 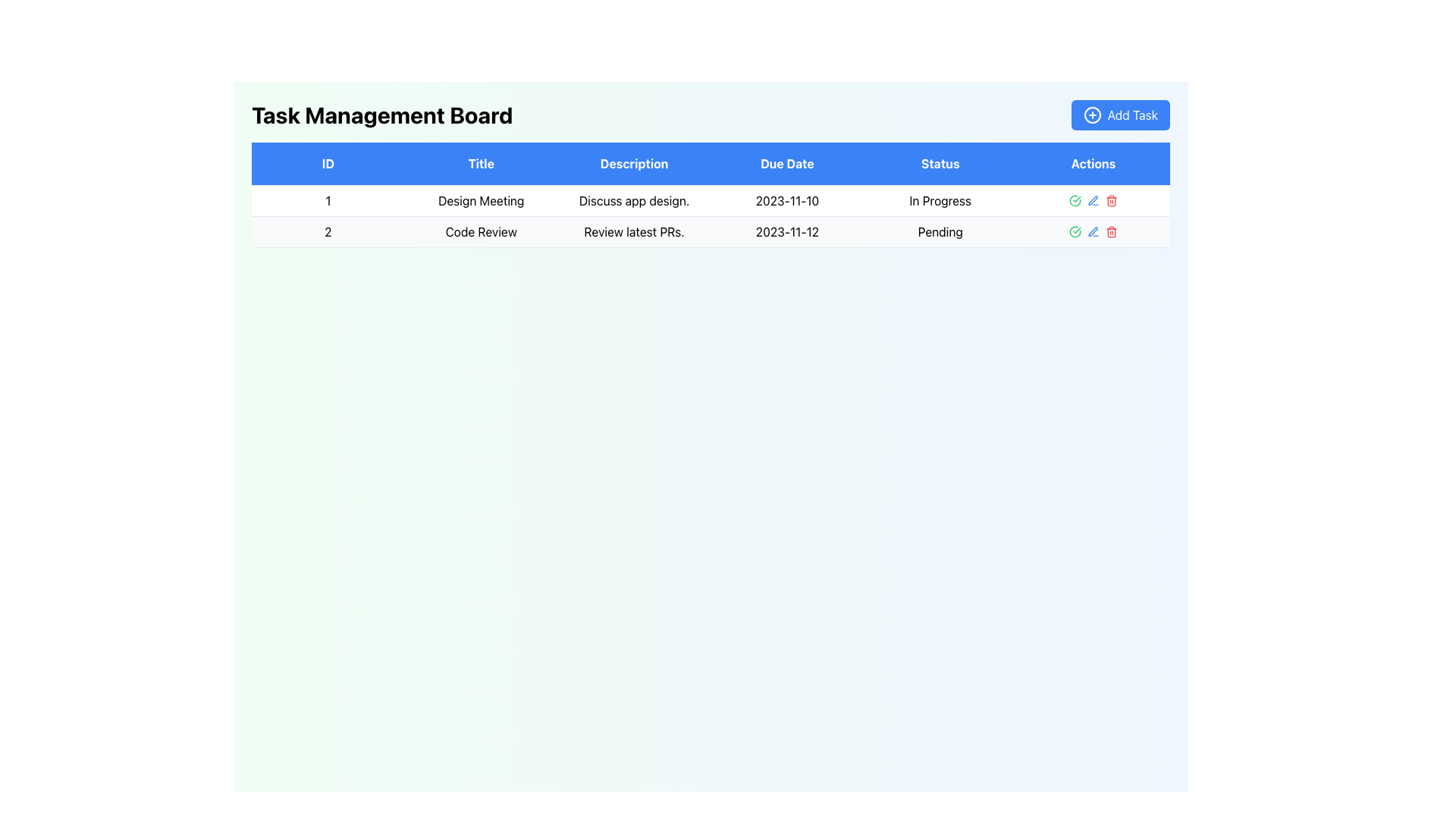 What do you see at coordinates (1094, 164) in the screenshot?
I see `the 'Actions' table column header, which is the last column header on the right with white text on a blue background` at bounding box center [1094, 164].